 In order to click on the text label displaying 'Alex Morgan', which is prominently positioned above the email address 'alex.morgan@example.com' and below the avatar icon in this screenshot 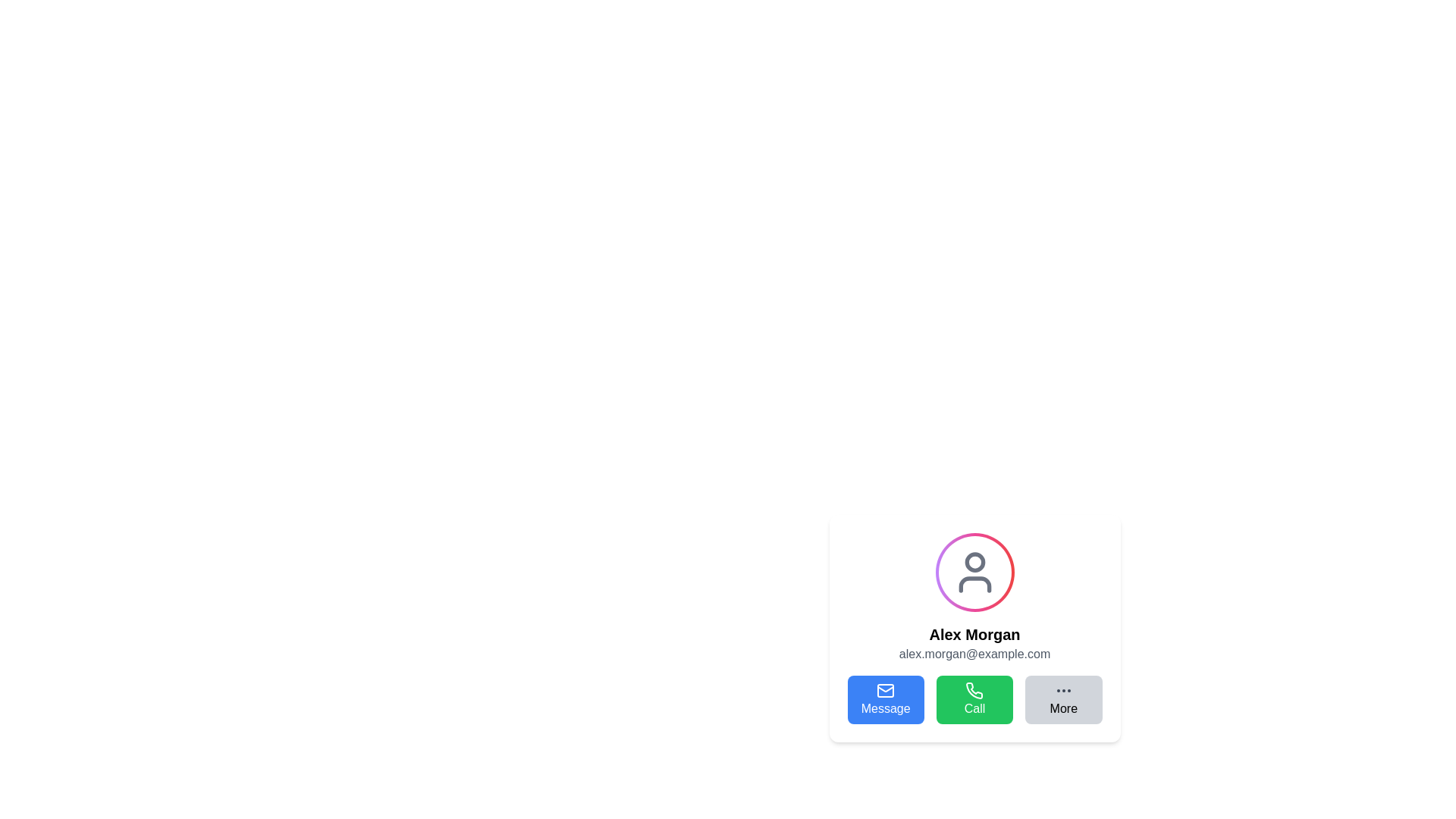, I will do `click(974, 635)`.